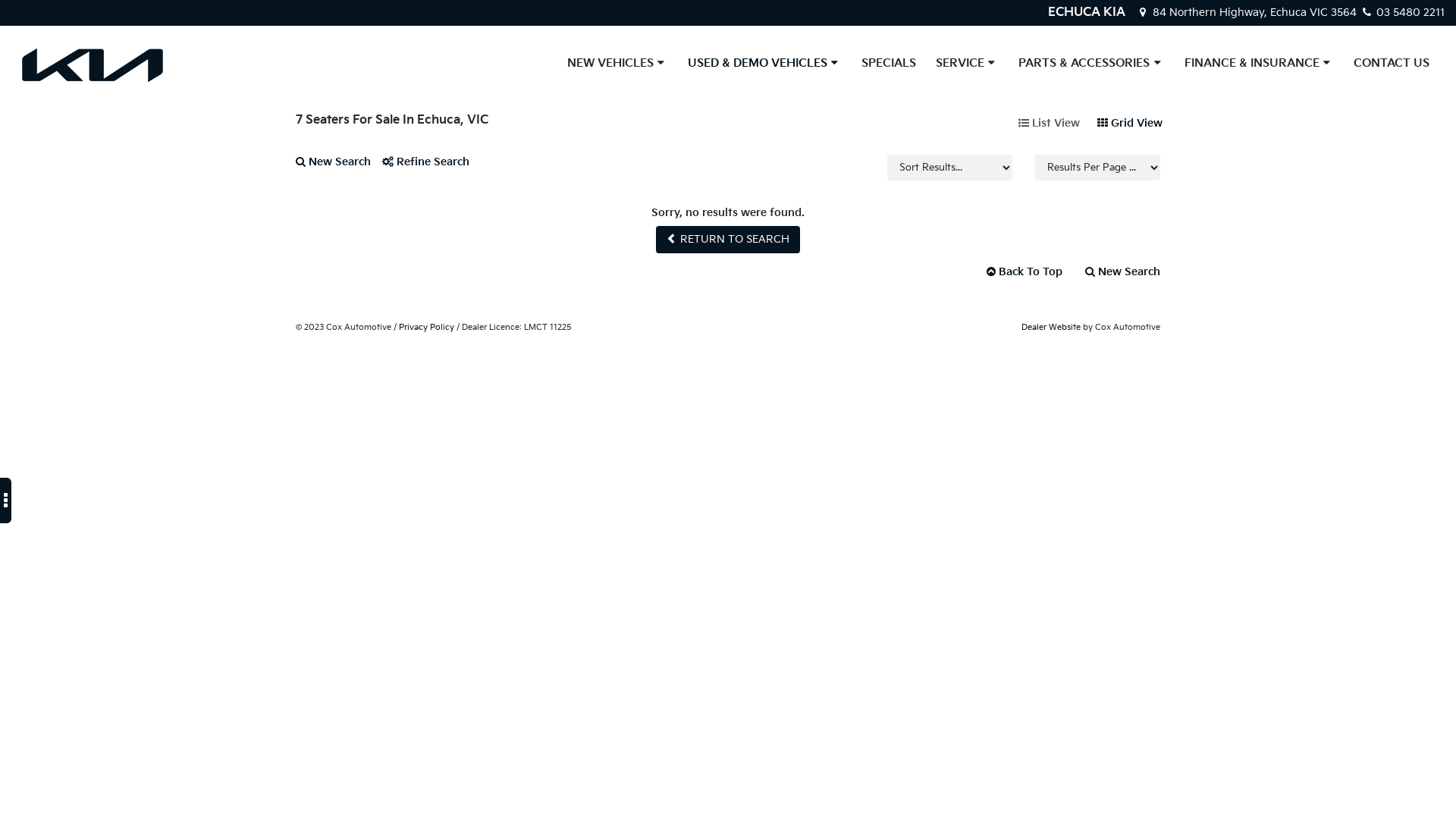 The width and height of the screenshot is (1456, 819). I want to click on 'RETURN TO SEARCH', so click(728, 239).